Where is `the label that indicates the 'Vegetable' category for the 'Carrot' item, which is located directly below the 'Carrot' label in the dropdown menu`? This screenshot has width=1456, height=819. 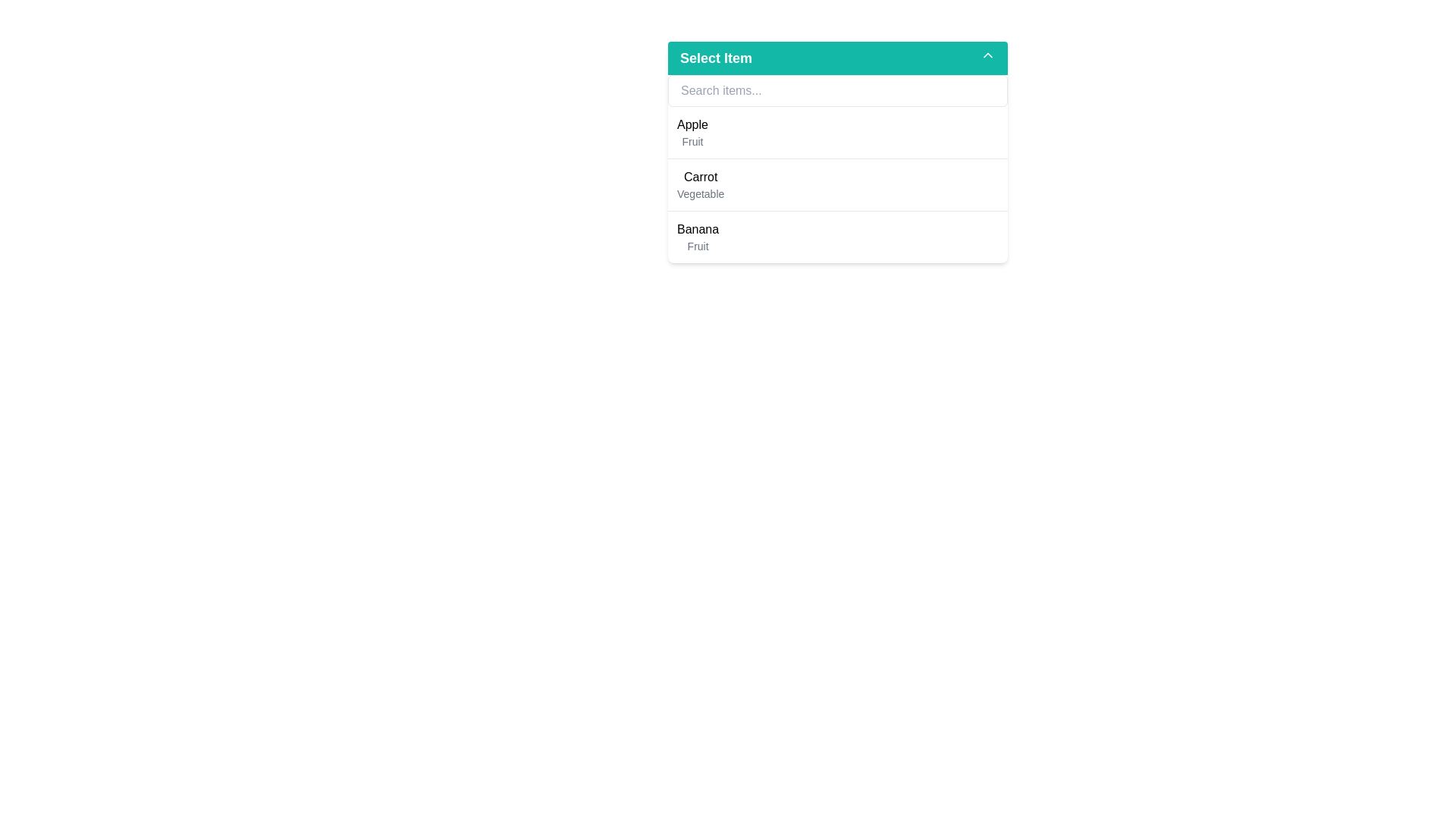
the label that indicates the 'Vegetable' category for the 'Carrot' item, which is located directly below the 'Carrot' label in the dropdown menu is located at coordinates (700, 193).